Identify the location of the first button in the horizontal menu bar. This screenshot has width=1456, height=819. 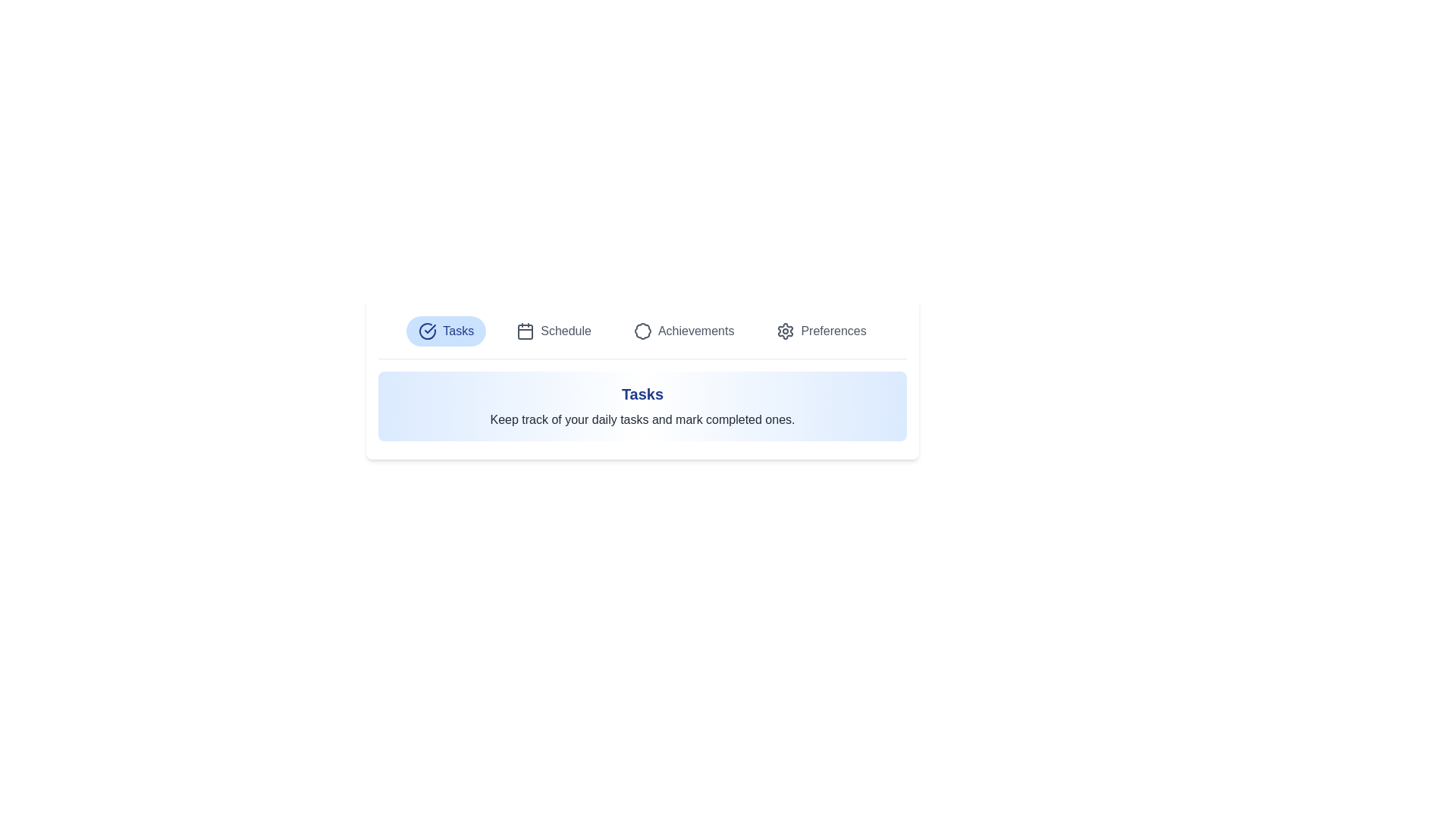
(445, 330).